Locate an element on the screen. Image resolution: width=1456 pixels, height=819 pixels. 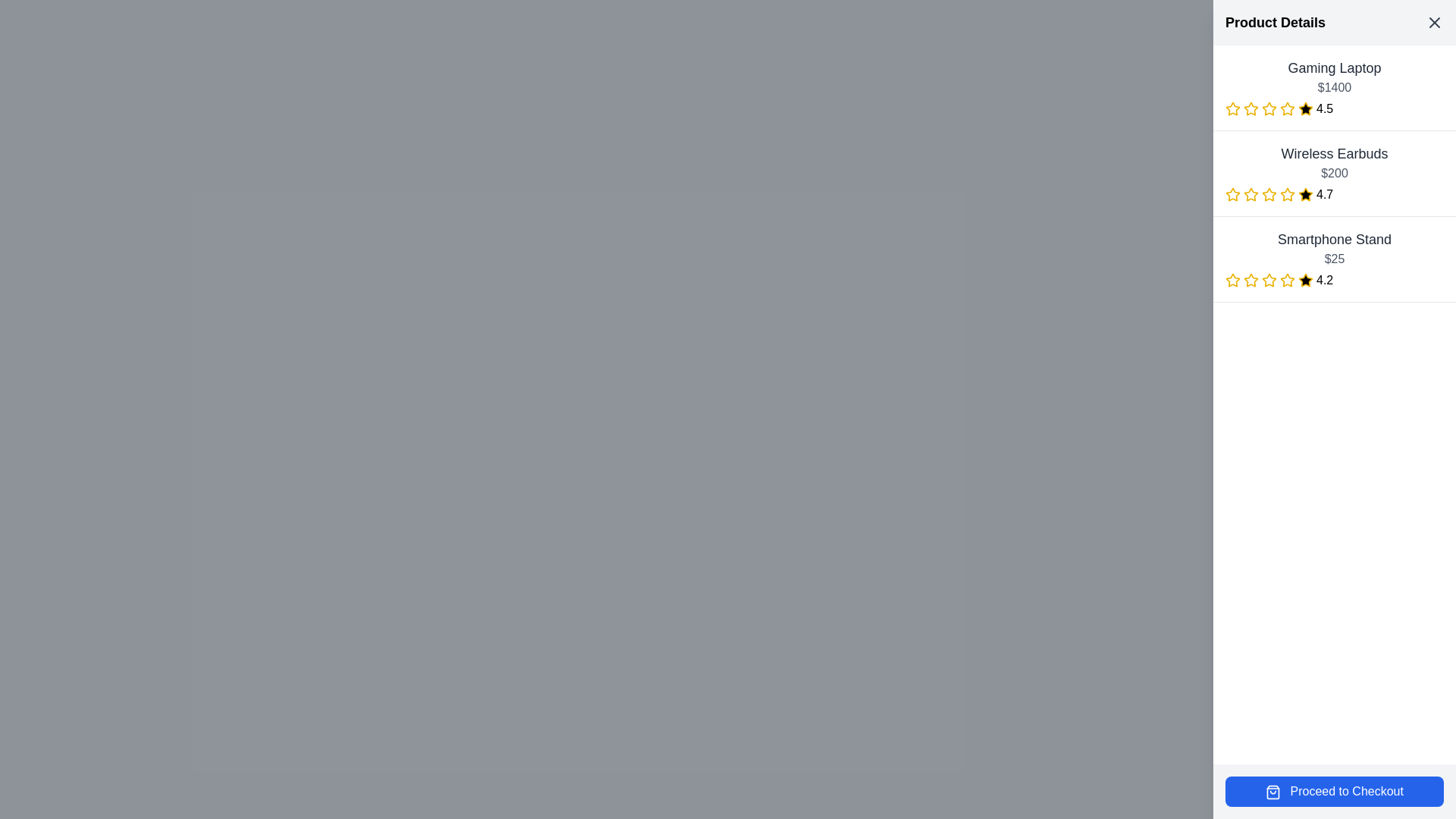
the text label displaying 'Gaming Laptop', which is a bold header for a product item listing located above the price label '$1400' is located at coordinates (1335, 67).